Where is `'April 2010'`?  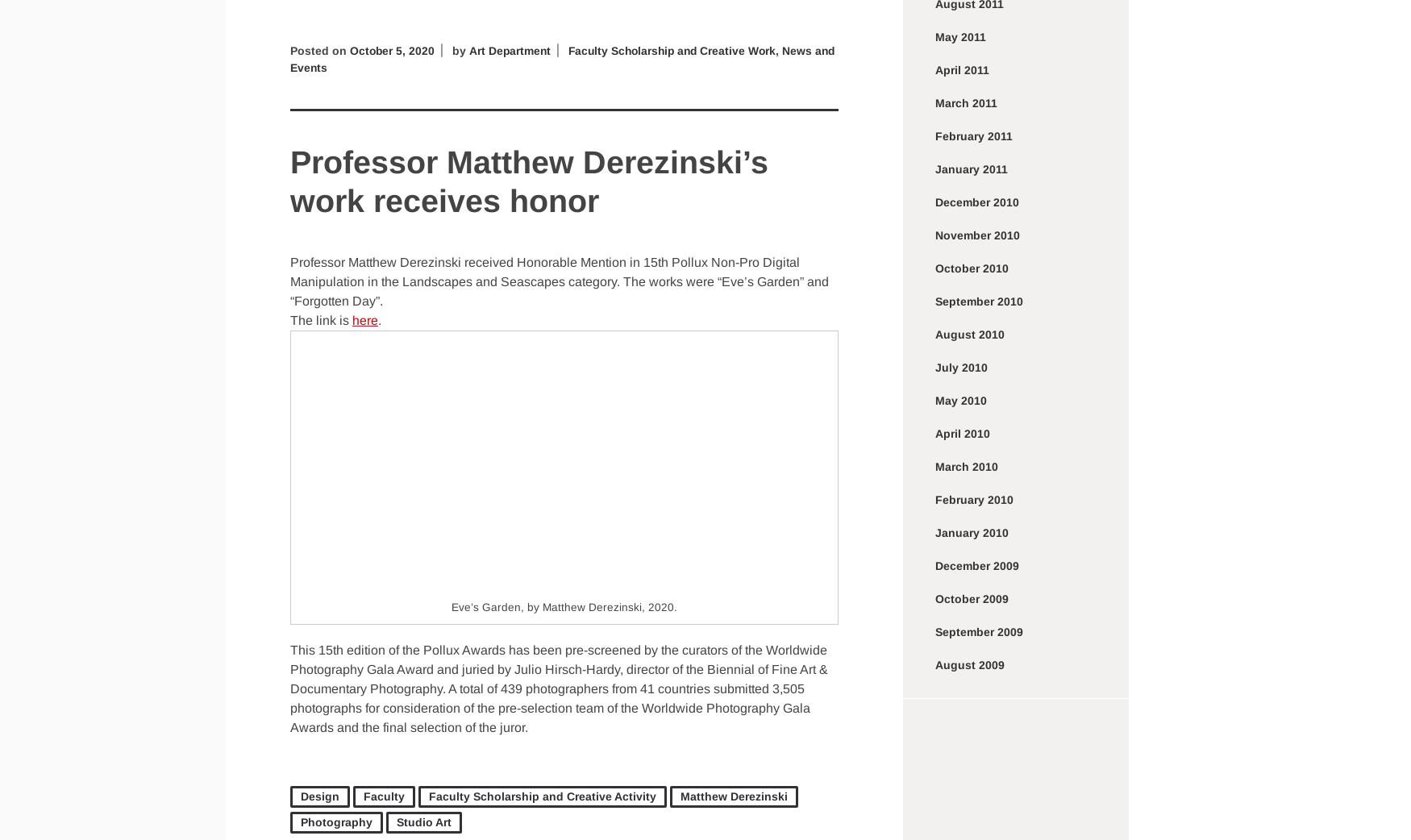 'April 2010' is located at coordinates (963, 432).